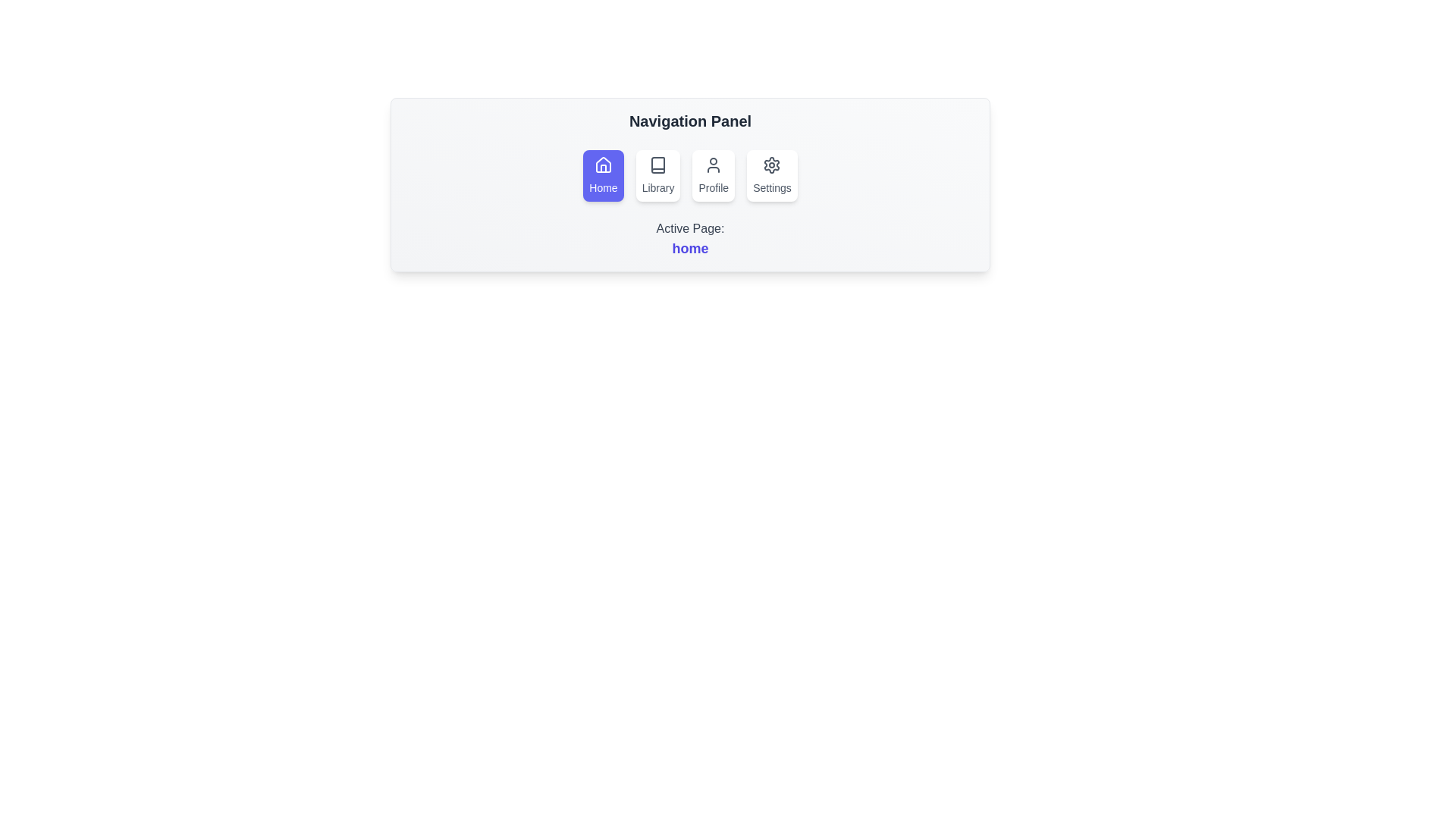 This screenshot has height=819, width=1456. Describe the element at coordinates (713, 165) in the screenshot. I see `the user profile icon located on the 'Profile' button, which is the third button from the left in the navigation panel` at that location.